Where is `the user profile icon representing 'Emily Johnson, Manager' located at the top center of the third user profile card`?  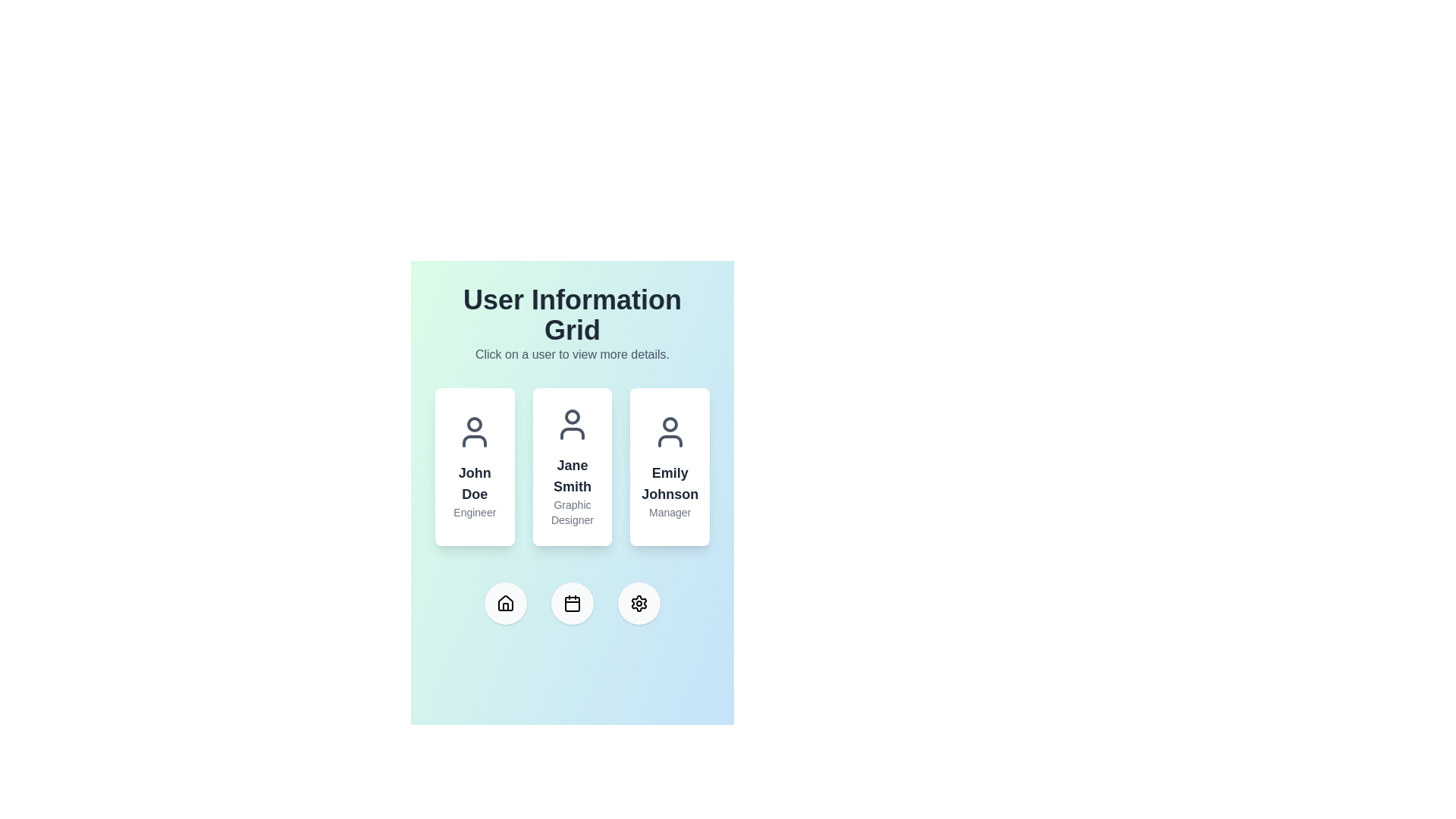 the user profile icon representing 'Emily Johnson, Manager' located at the top center of the third user profile card is located at coordinates (669, 432).